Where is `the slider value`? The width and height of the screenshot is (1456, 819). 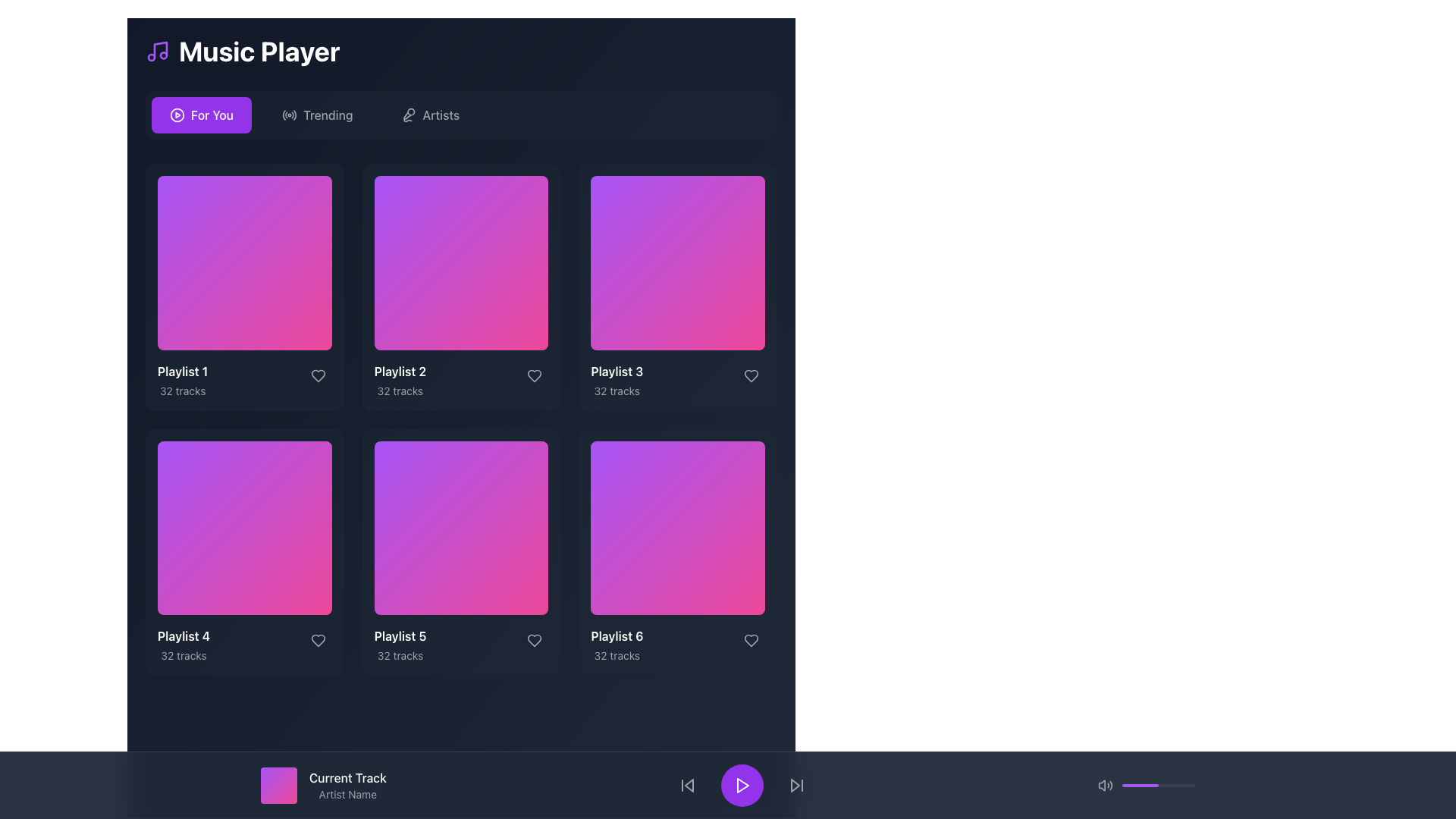 the slider value is located at coordinates (1128, 785).